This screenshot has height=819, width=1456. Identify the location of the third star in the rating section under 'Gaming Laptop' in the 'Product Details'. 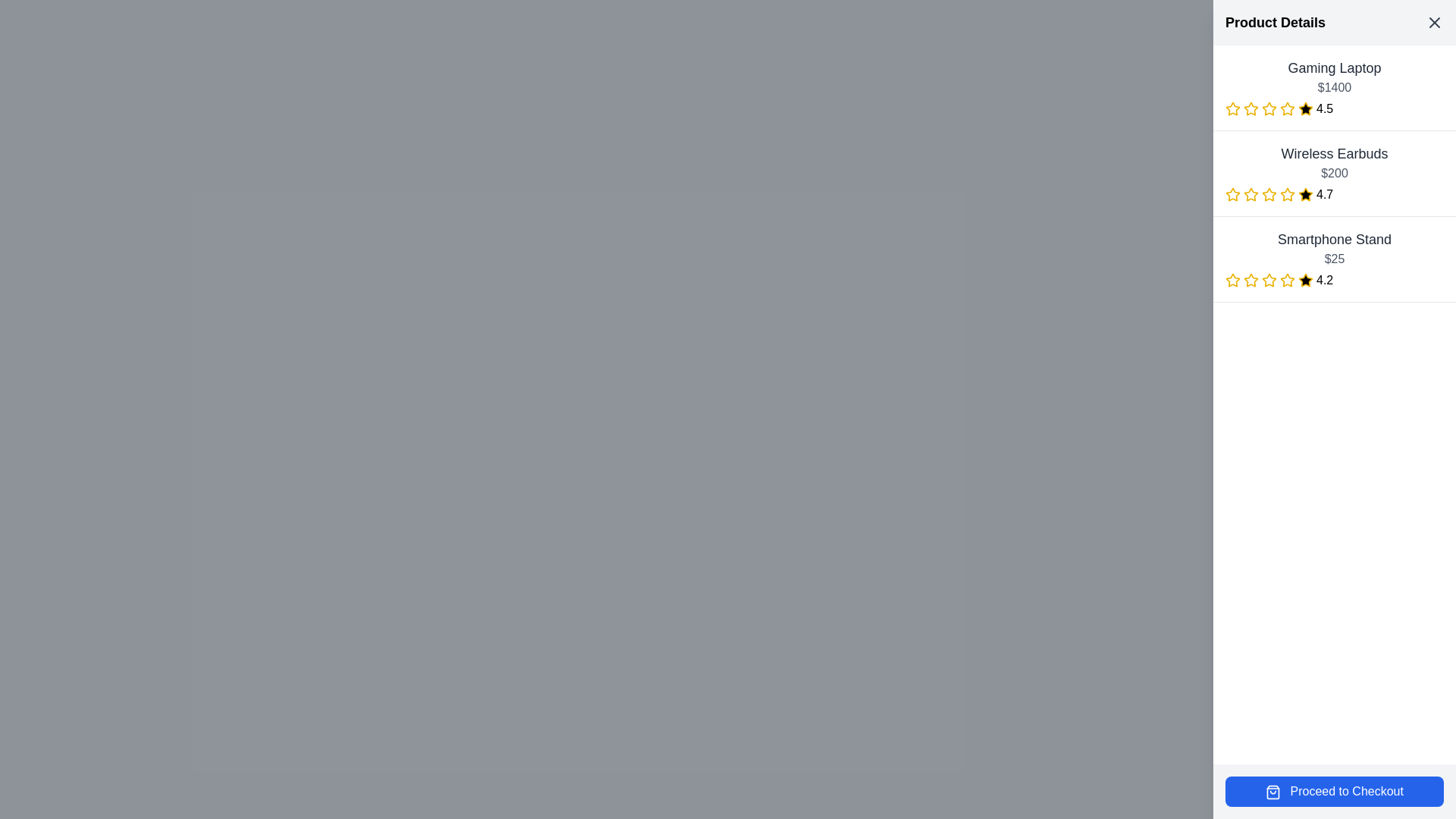
(1287, 108).